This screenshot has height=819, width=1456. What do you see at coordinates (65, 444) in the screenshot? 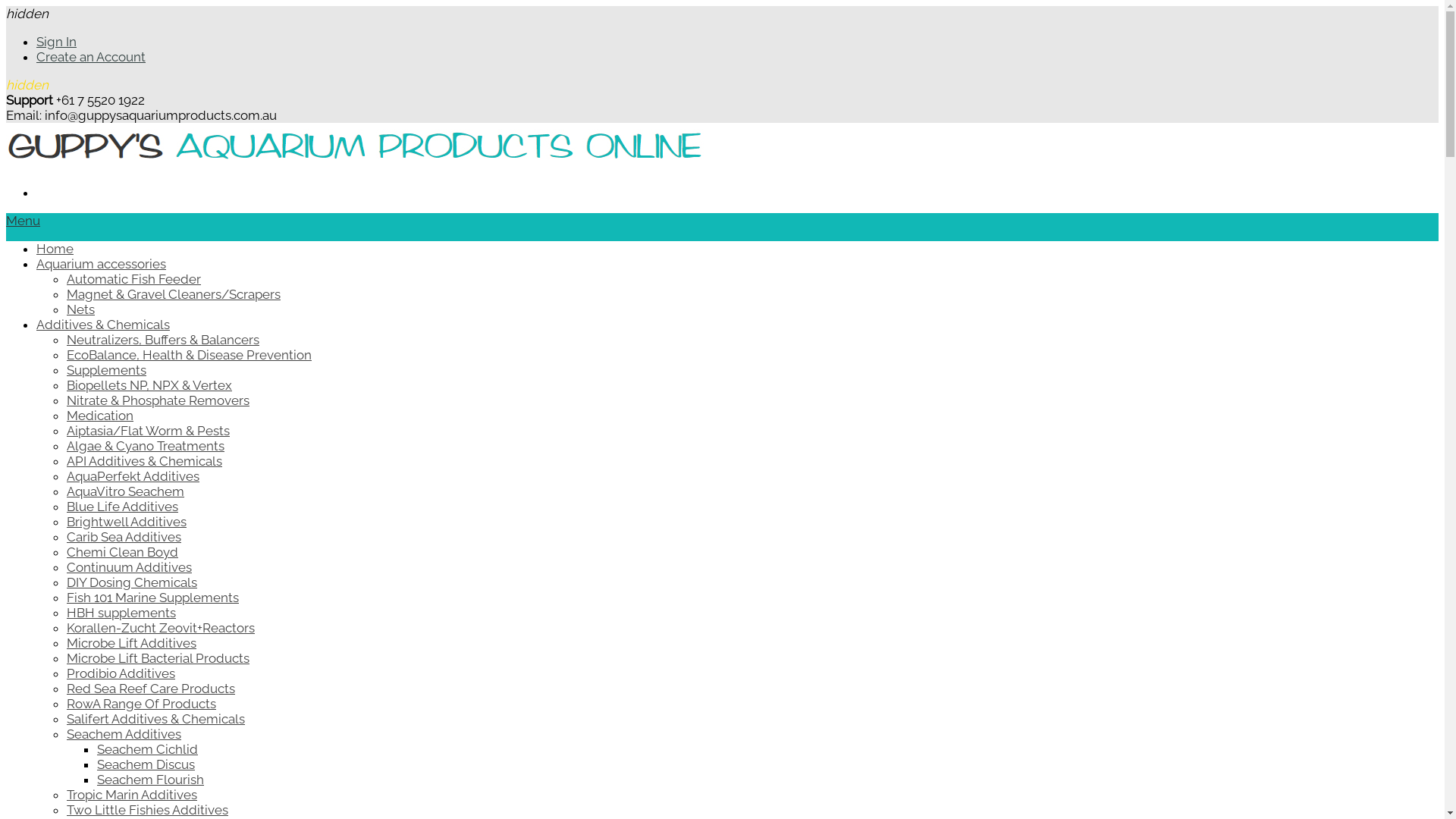
I see `'Algae & Cyano Treatments'` at bounding box center [65, 444].